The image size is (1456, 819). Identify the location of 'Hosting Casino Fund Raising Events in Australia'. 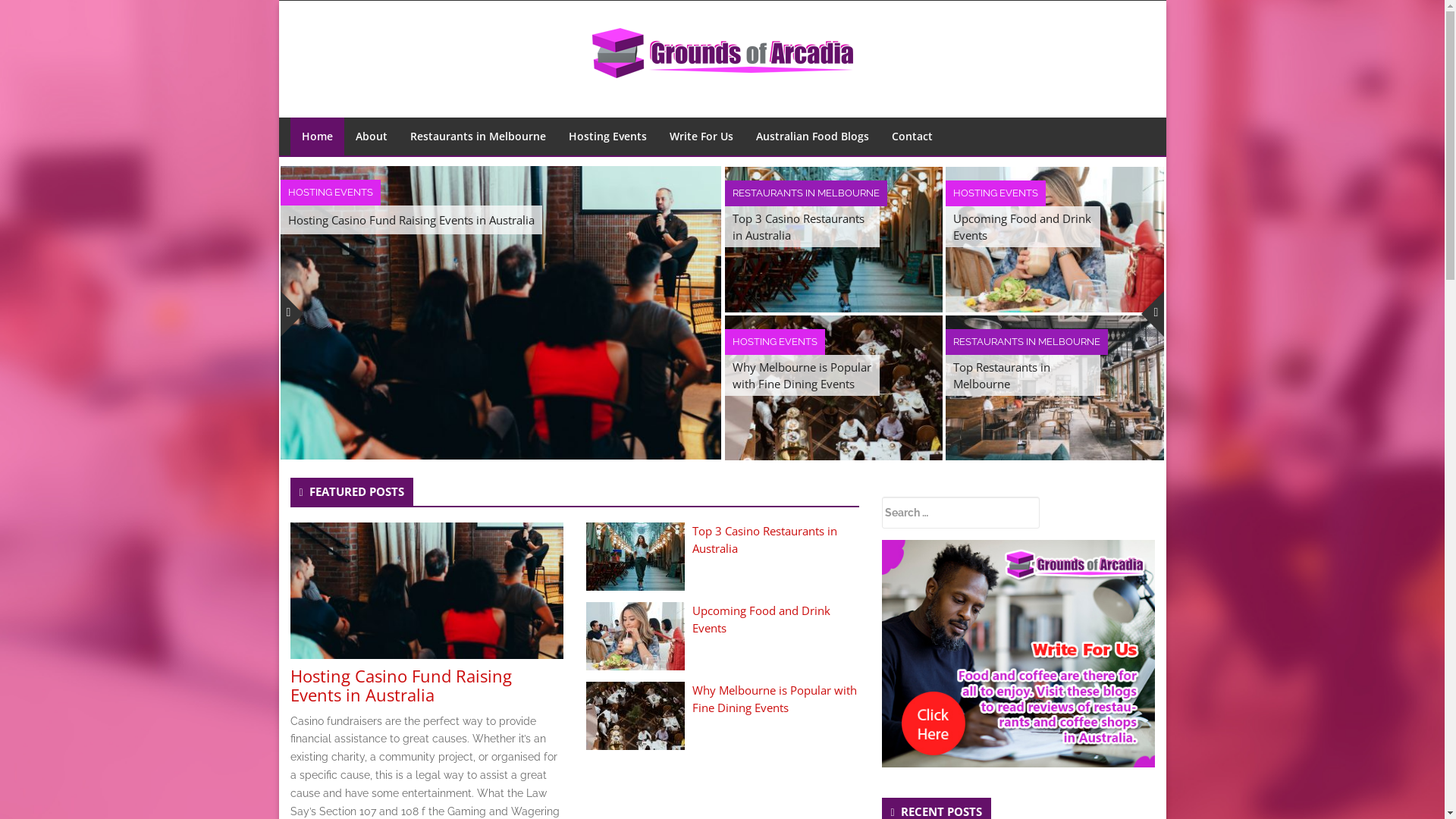
(411, 219).